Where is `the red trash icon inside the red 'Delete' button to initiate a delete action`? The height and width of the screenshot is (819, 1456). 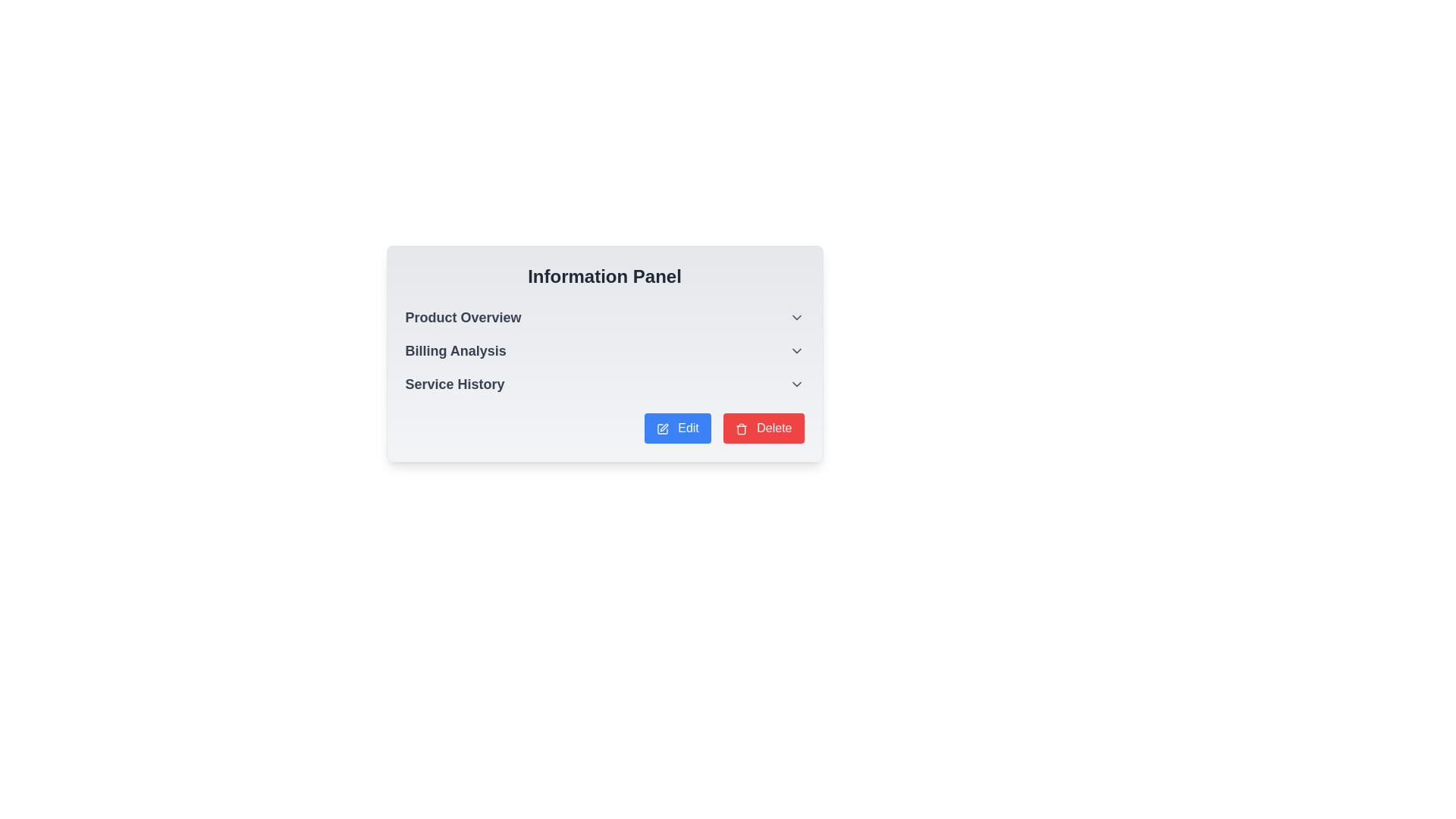
the red trash icon inside the red 'Delete' button to initiate a delete action is located at coordinates (741, 428).